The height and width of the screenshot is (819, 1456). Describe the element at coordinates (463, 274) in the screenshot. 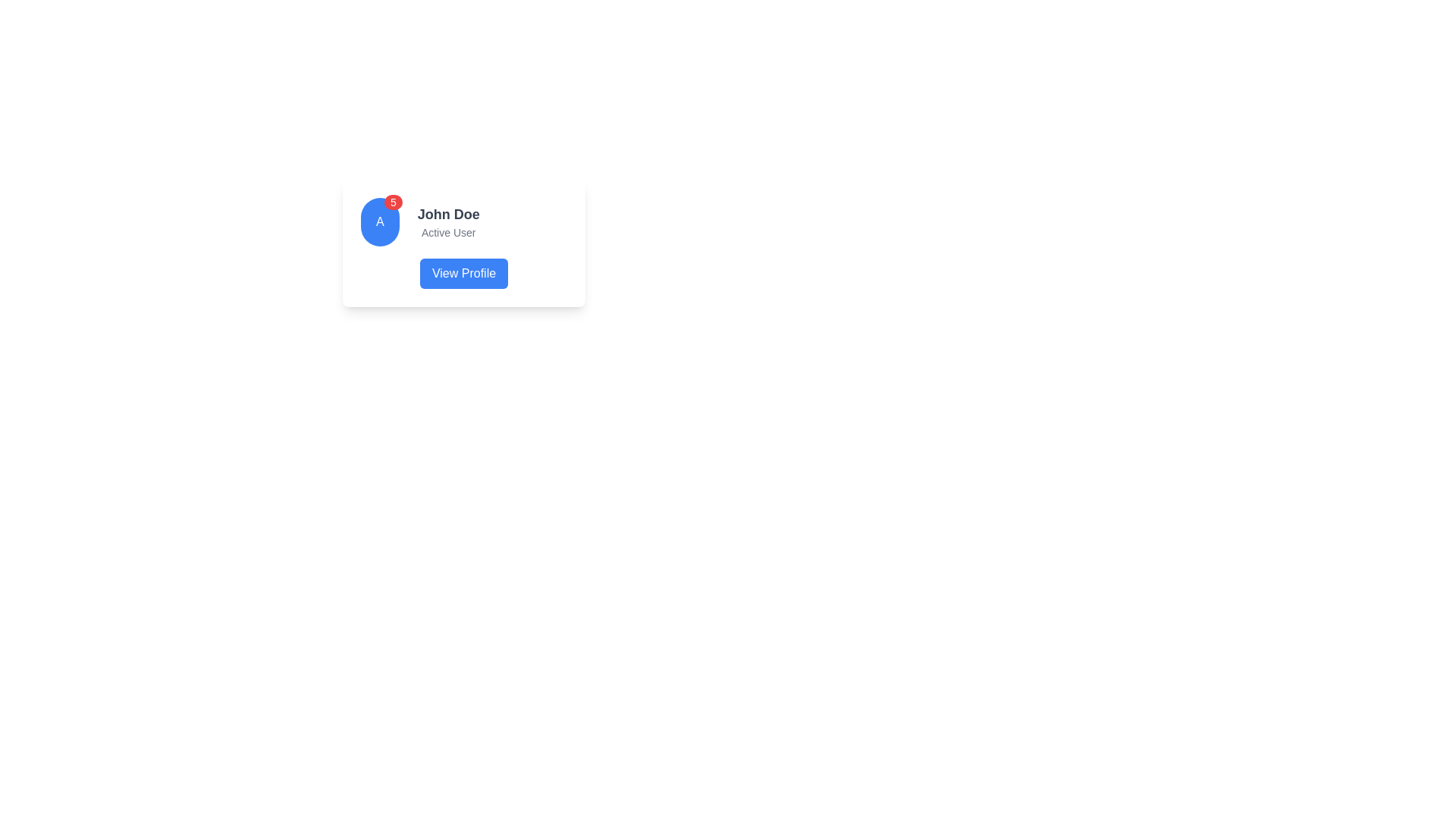

I see `the 'View Profile' button, which is a rectangular button with a blue background and white text, located at the bottom center of the user information card` at that location.